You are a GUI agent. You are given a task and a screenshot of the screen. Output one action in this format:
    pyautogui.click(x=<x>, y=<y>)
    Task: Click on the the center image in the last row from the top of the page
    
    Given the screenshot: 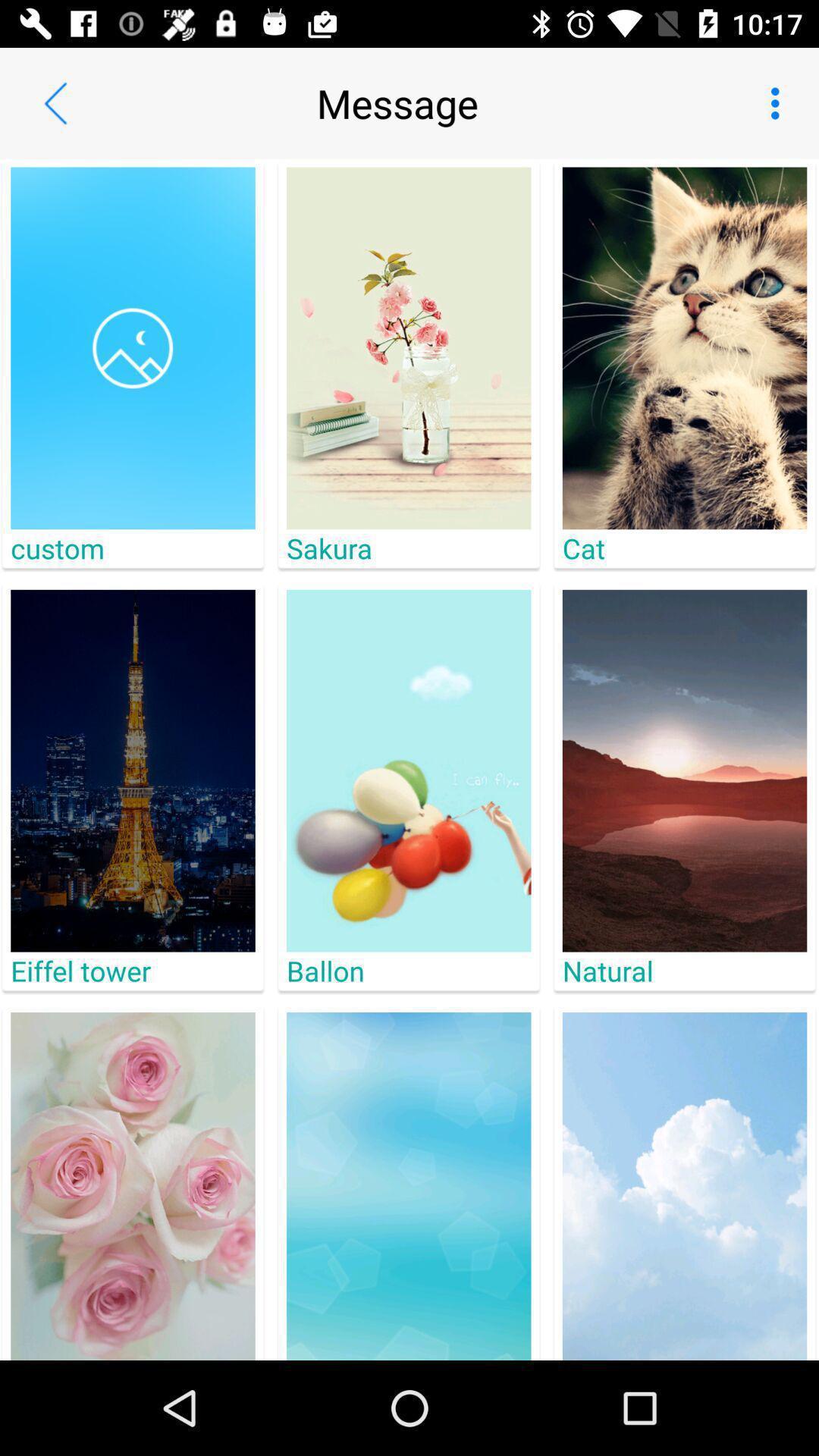 What is the action you would take?
    pyautogui.click(x=408, y=1185)
    